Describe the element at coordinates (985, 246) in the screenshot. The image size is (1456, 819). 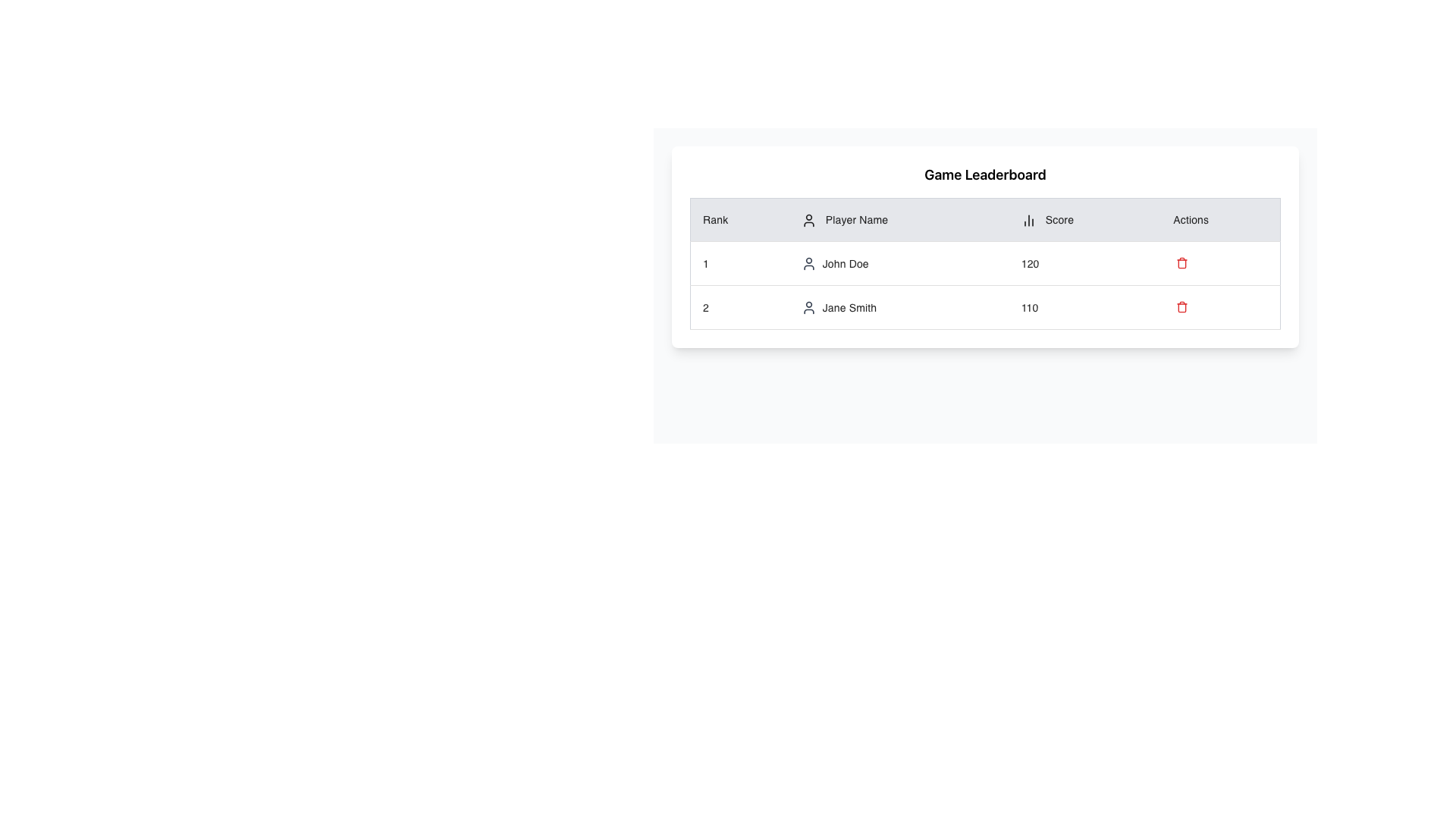
I see `a cell within the Game Leaderboard table to interact with its content` at that location.